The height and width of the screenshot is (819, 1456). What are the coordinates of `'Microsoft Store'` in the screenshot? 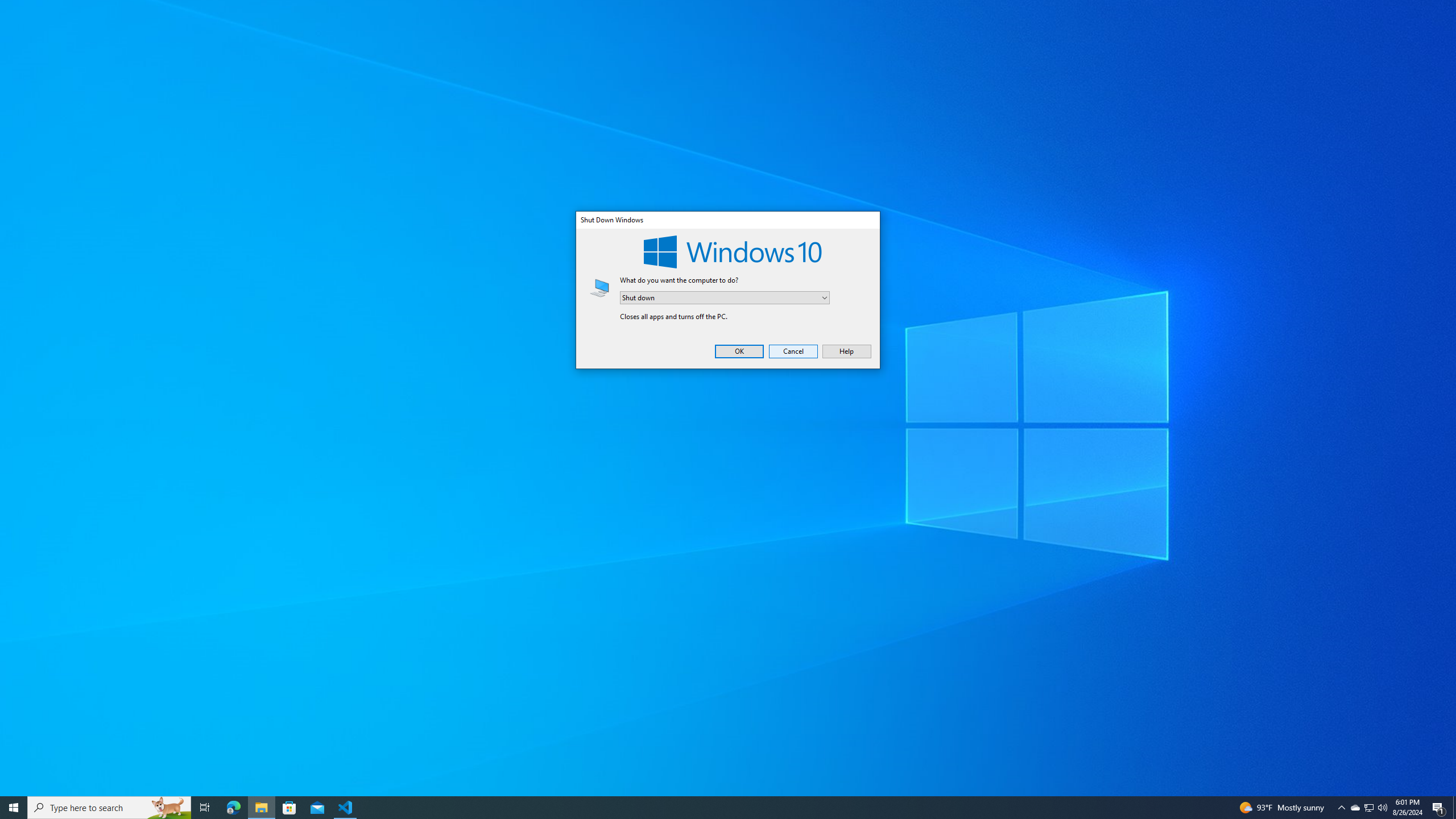 It's located at (289, 806).